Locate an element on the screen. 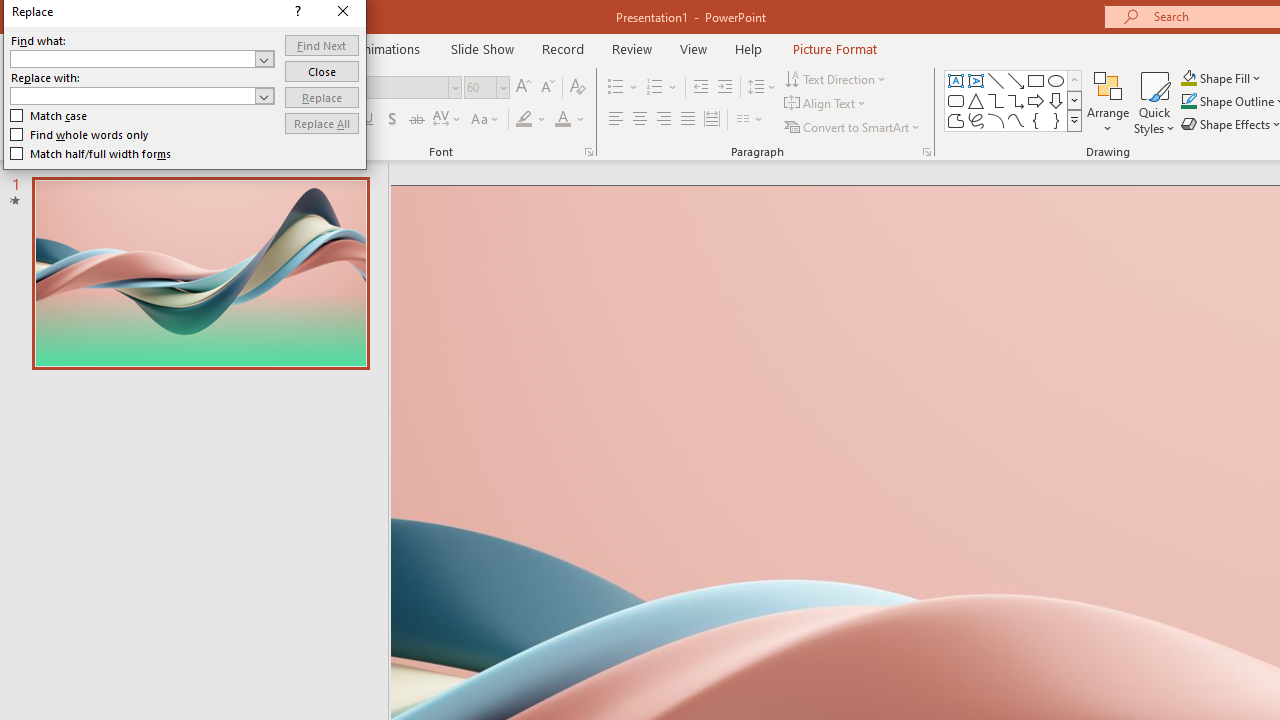 This screenshot has width=1280, height=720. 'Arrange' is located at coordinates (1107, 103).